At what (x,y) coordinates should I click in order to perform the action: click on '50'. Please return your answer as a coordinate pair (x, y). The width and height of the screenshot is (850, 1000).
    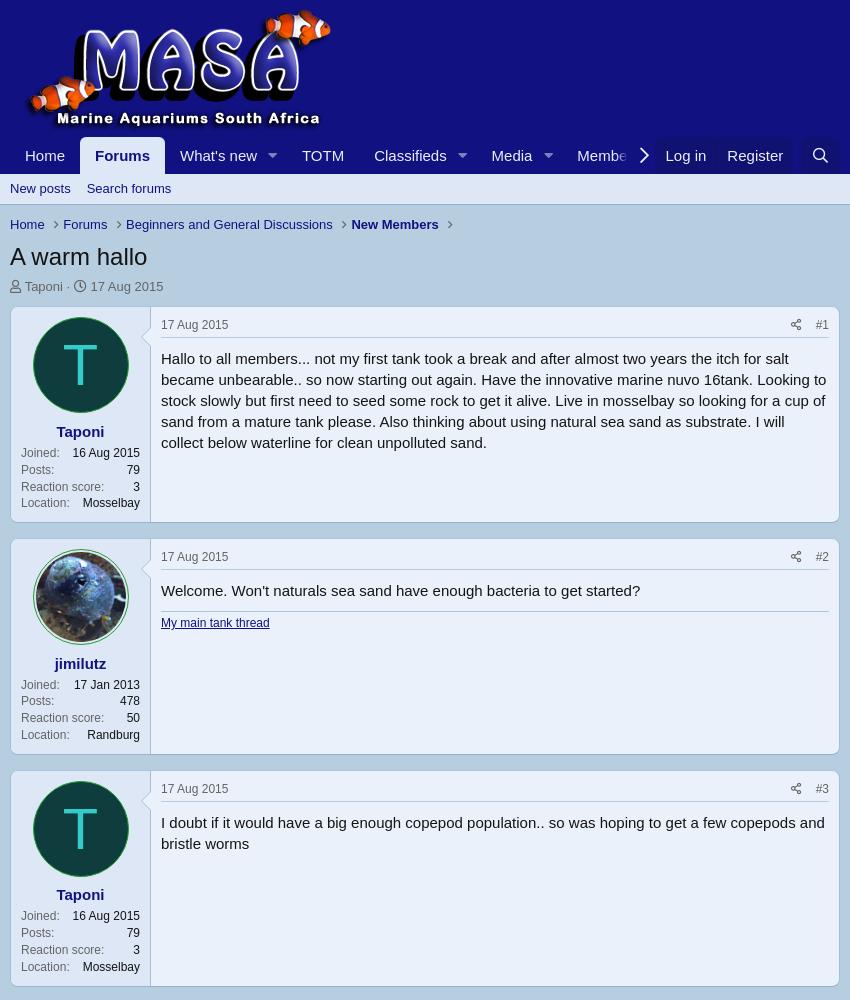
    Looking at the image, I should click on (133, 717).